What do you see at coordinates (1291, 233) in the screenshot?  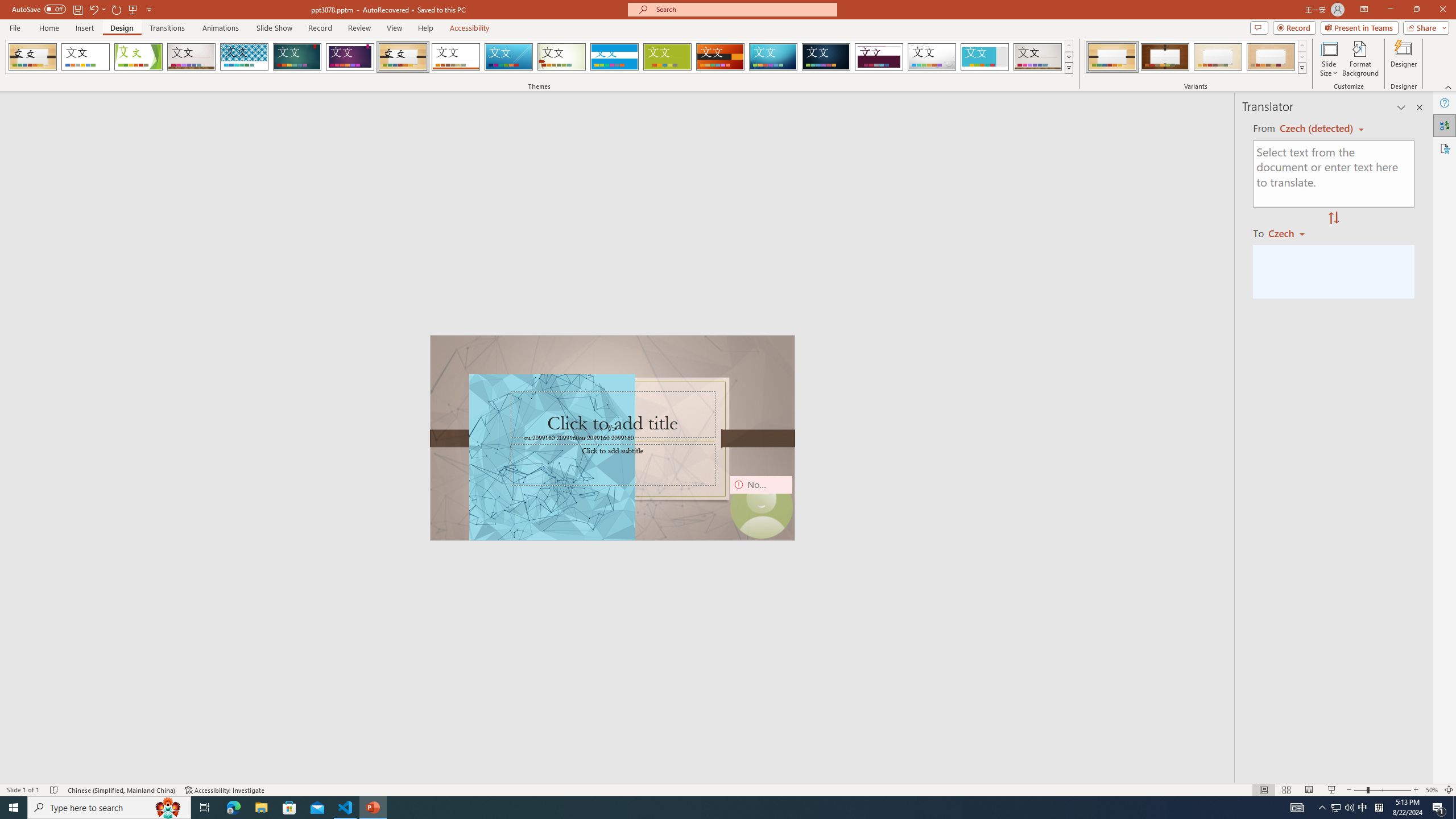 I see `'Czech'` at bounding box center [1291, 233].